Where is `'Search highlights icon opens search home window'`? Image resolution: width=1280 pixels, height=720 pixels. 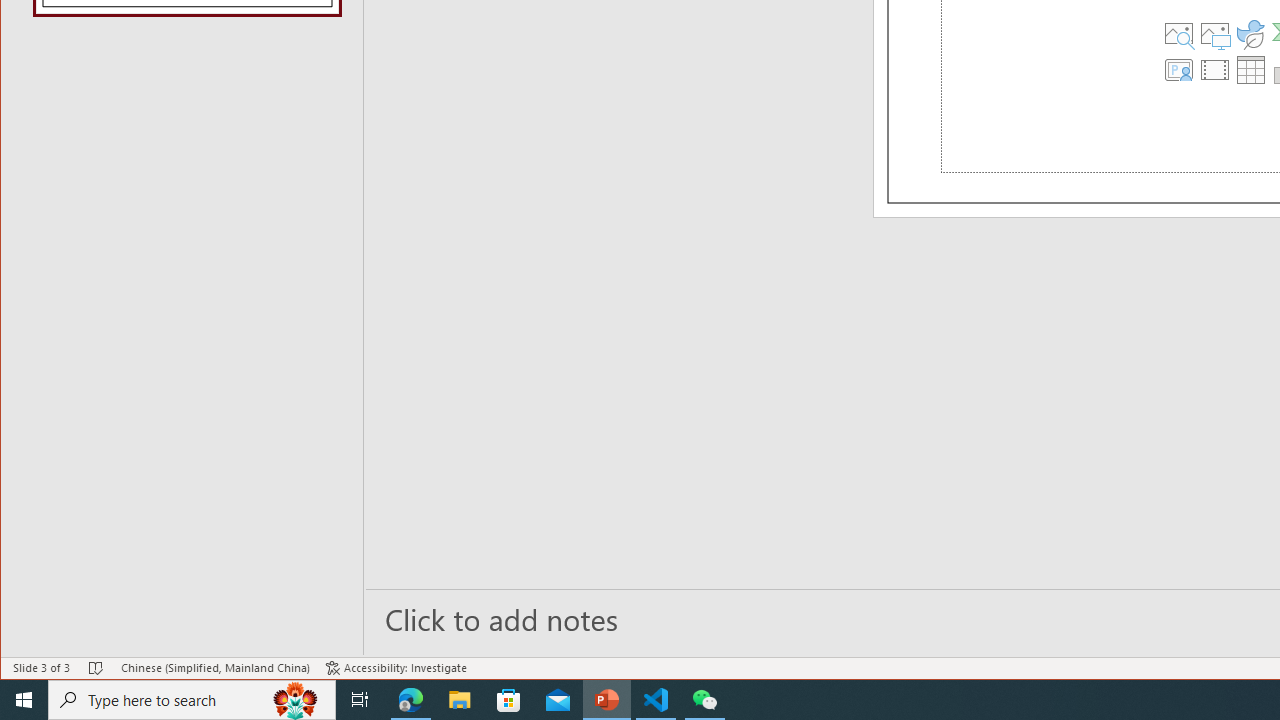 'Search highlights icon opens search home window' is located at coordinates (294, 698).